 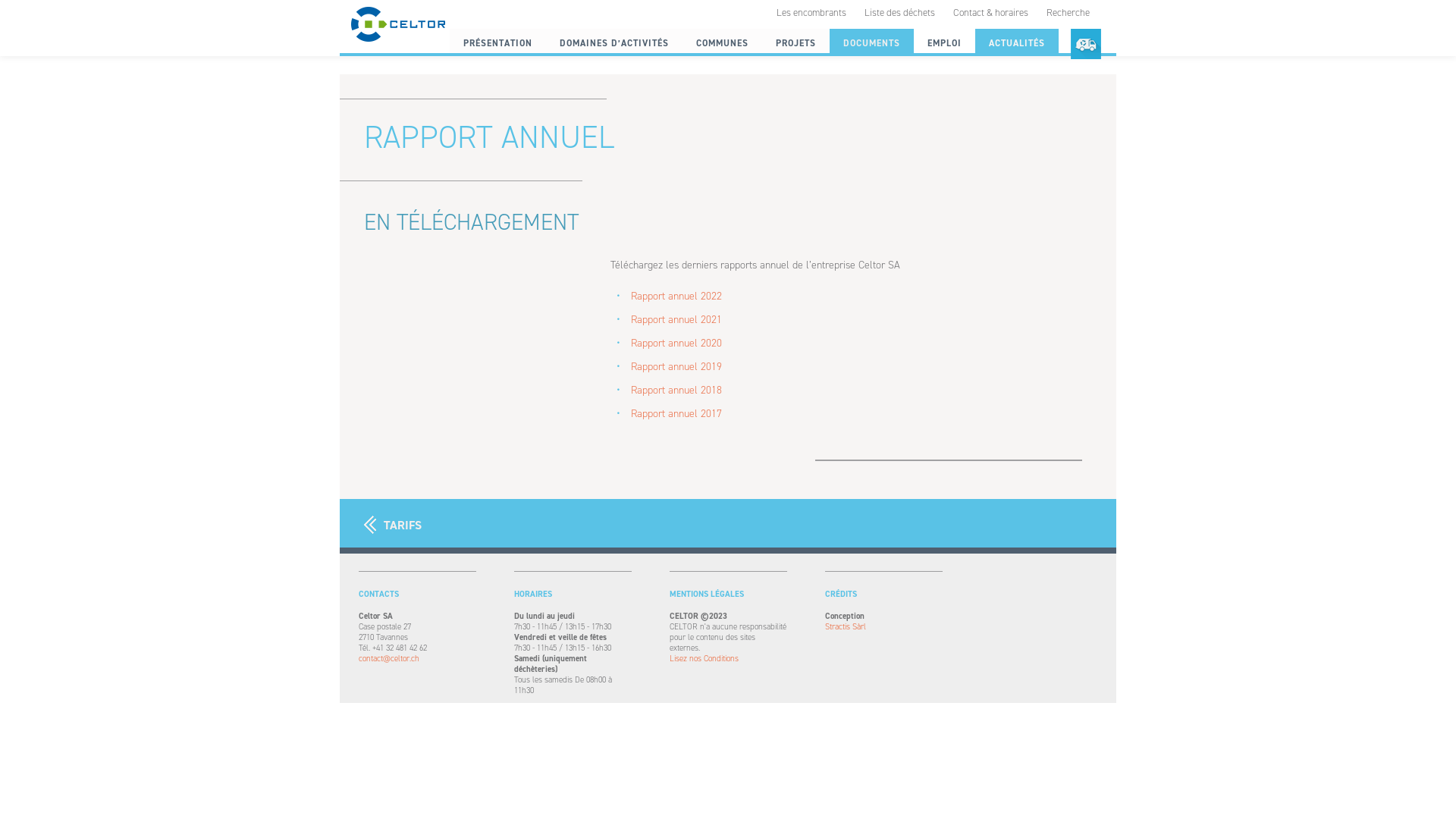 I want to click on 'Rapport annuel 2017', so click(x=676, y=413).